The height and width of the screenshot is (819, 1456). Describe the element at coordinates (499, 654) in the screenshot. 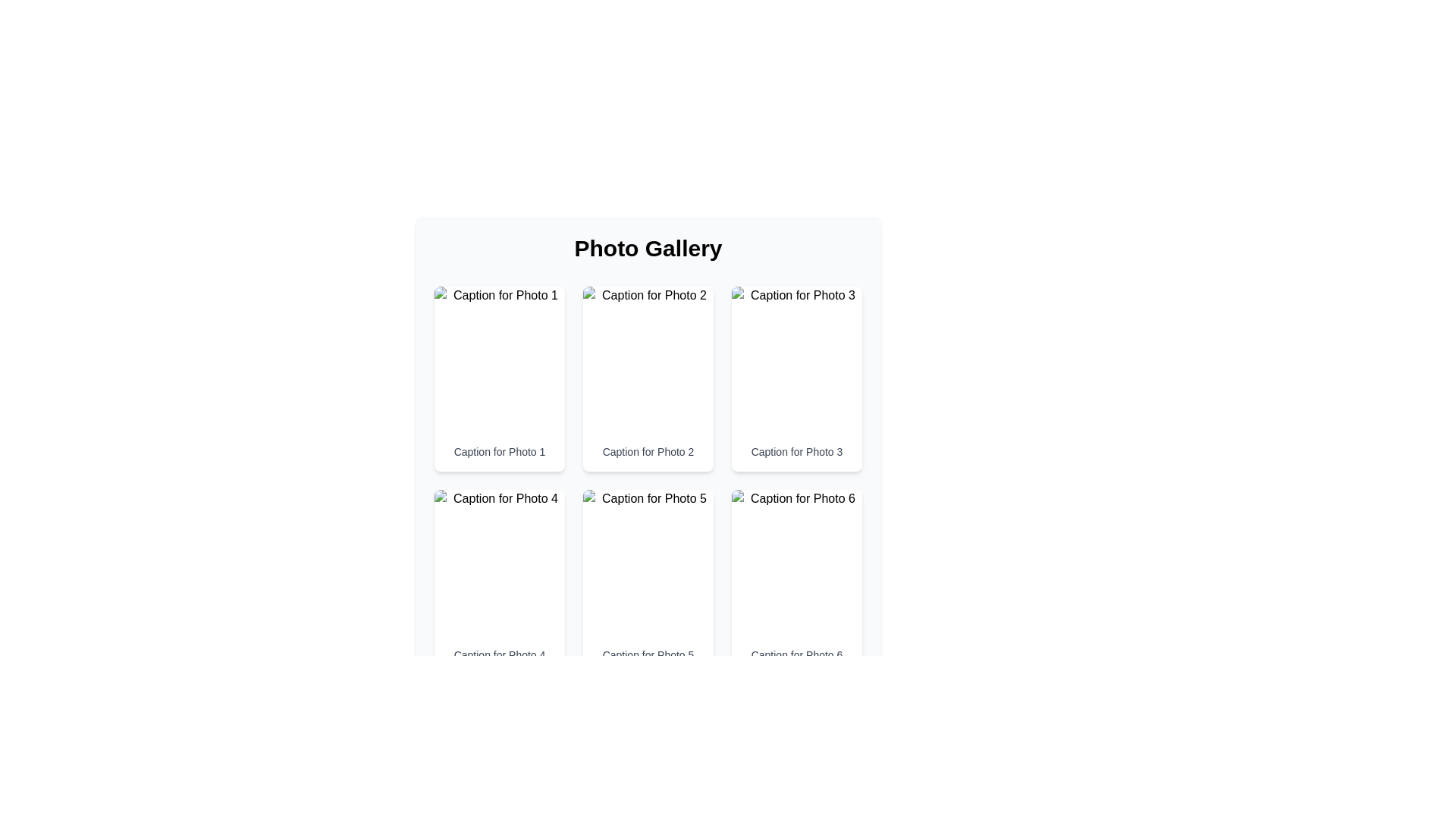

I see `text snippet labeled 'Caption for Photo 4' which is styled with a small gray font and located beneath the image placeholder for 'Photo 4' in the gallery interface` at that location.